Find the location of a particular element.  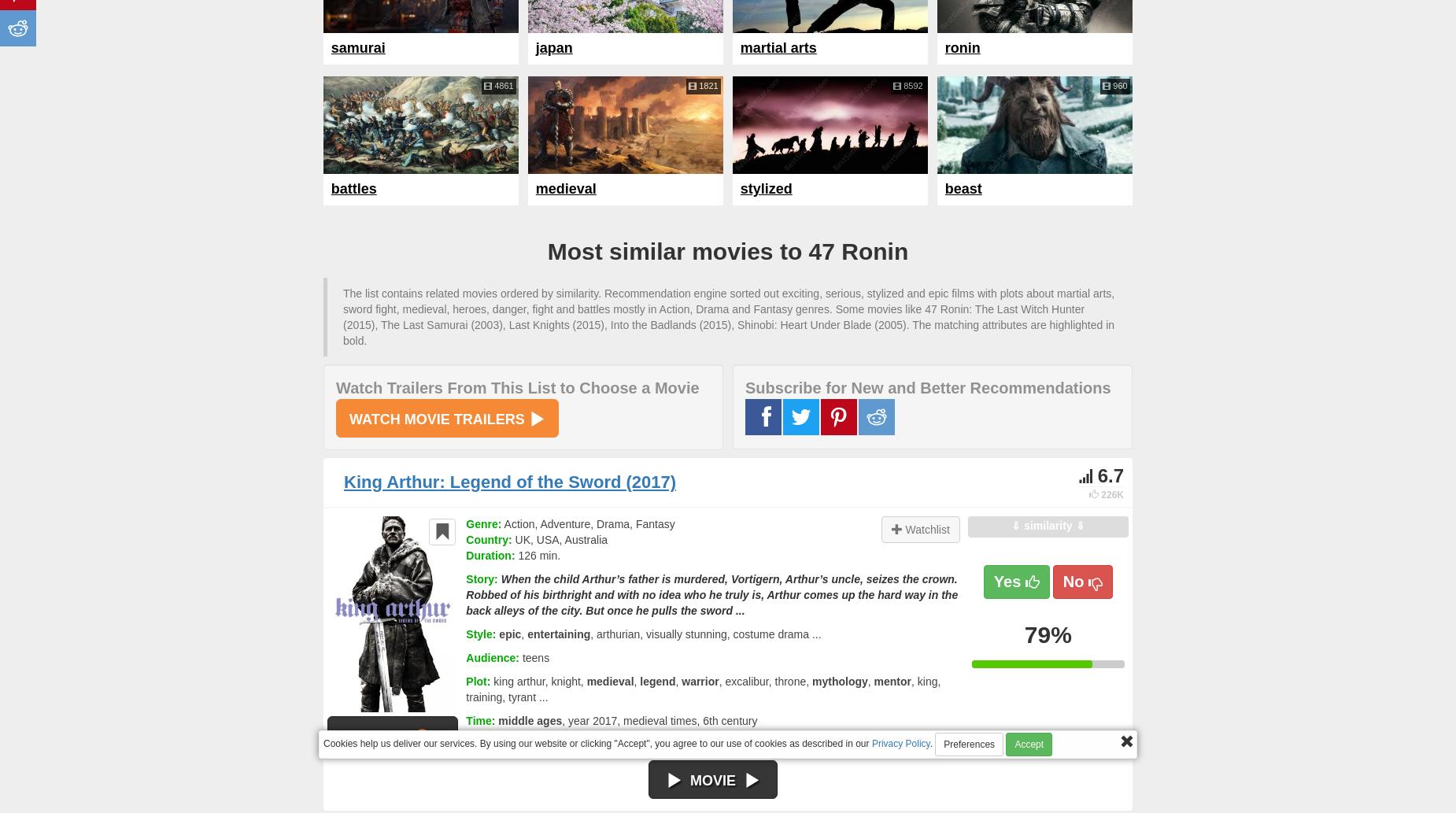

'The list contains related movies ordered by similarity. Recommendation engine sorted out exciting, serious, stylized and epic films with plots about martial arts, sword fight, medieval, heroes, danger, fight and battles mostly in Action, Drama and Fantasy genres. Some movies like 47 Ronin: The Last Witch Hunter (2015), The Last Samurai (2003), Last Knights (2015), Into the Badlands (2015), Shinobi: Heart Under Blade (2005). The matching attributes are highlighted in bold.' is located at coordinates (728, 316).